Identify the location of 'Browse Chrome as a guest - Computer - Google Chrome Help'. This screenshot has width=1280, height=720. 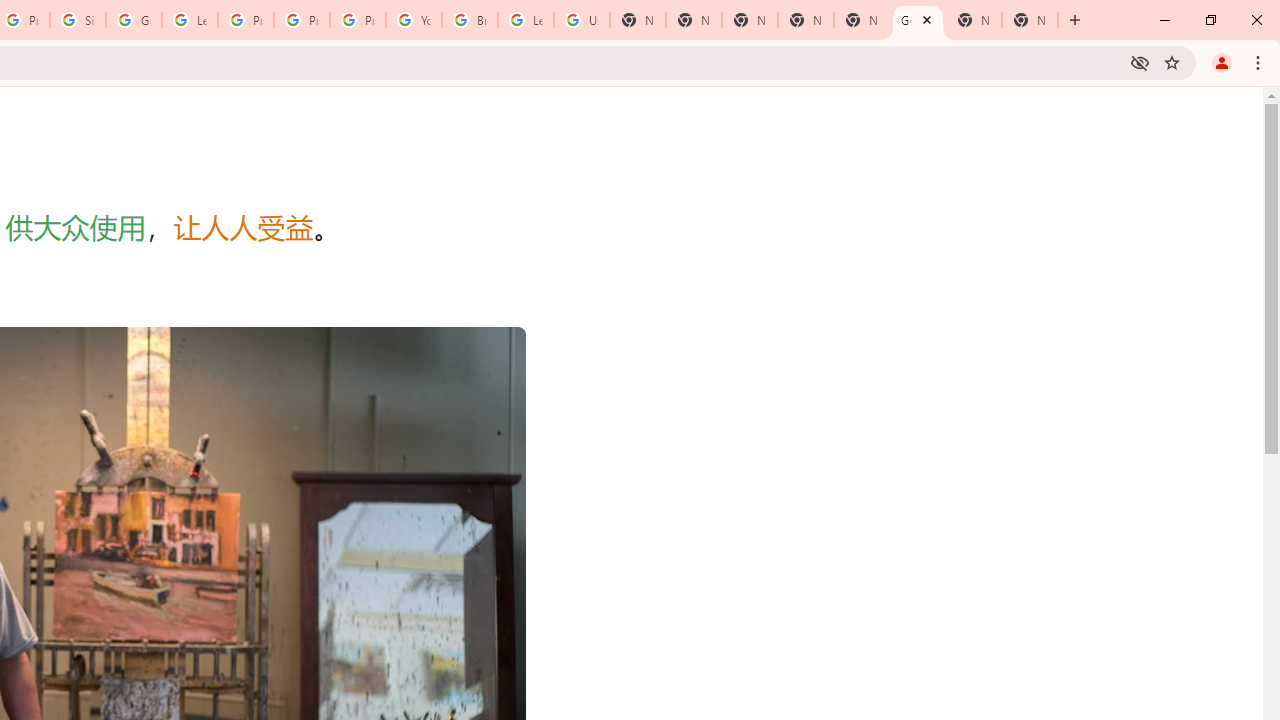
(468, 20).